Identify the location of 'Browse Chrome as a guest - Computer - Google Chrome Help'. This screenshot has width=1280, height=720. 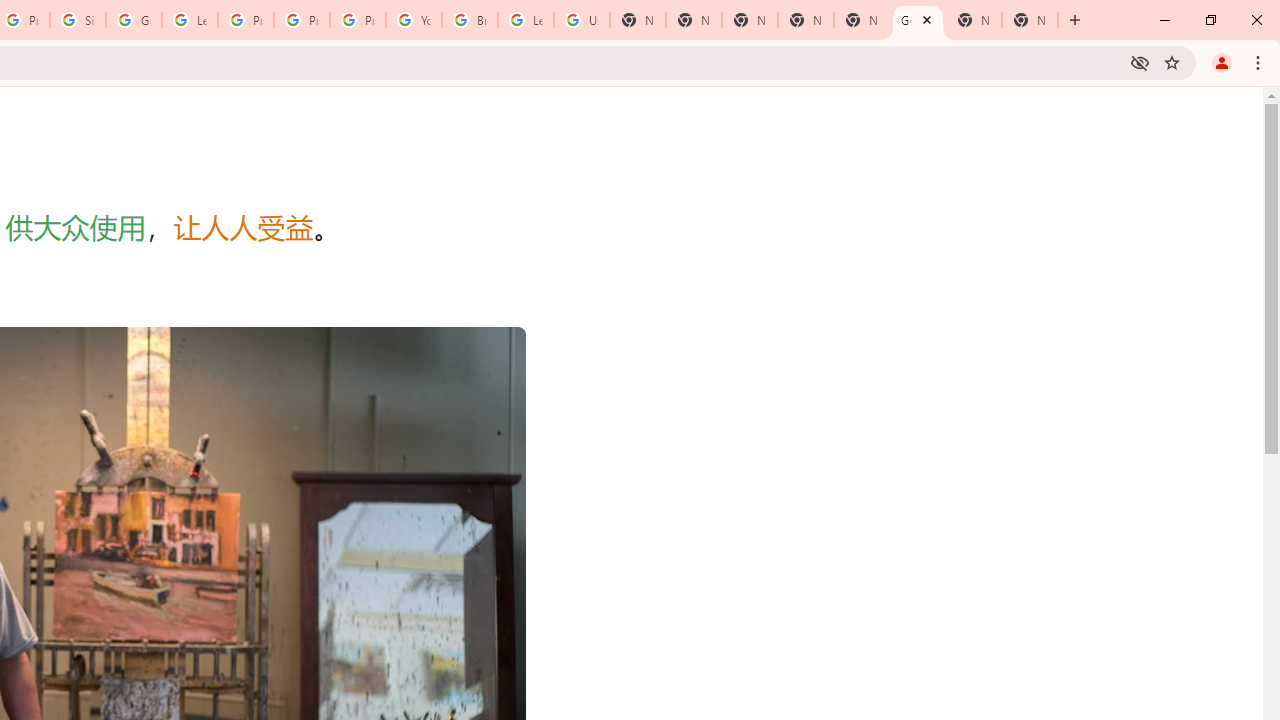
(468, 20).